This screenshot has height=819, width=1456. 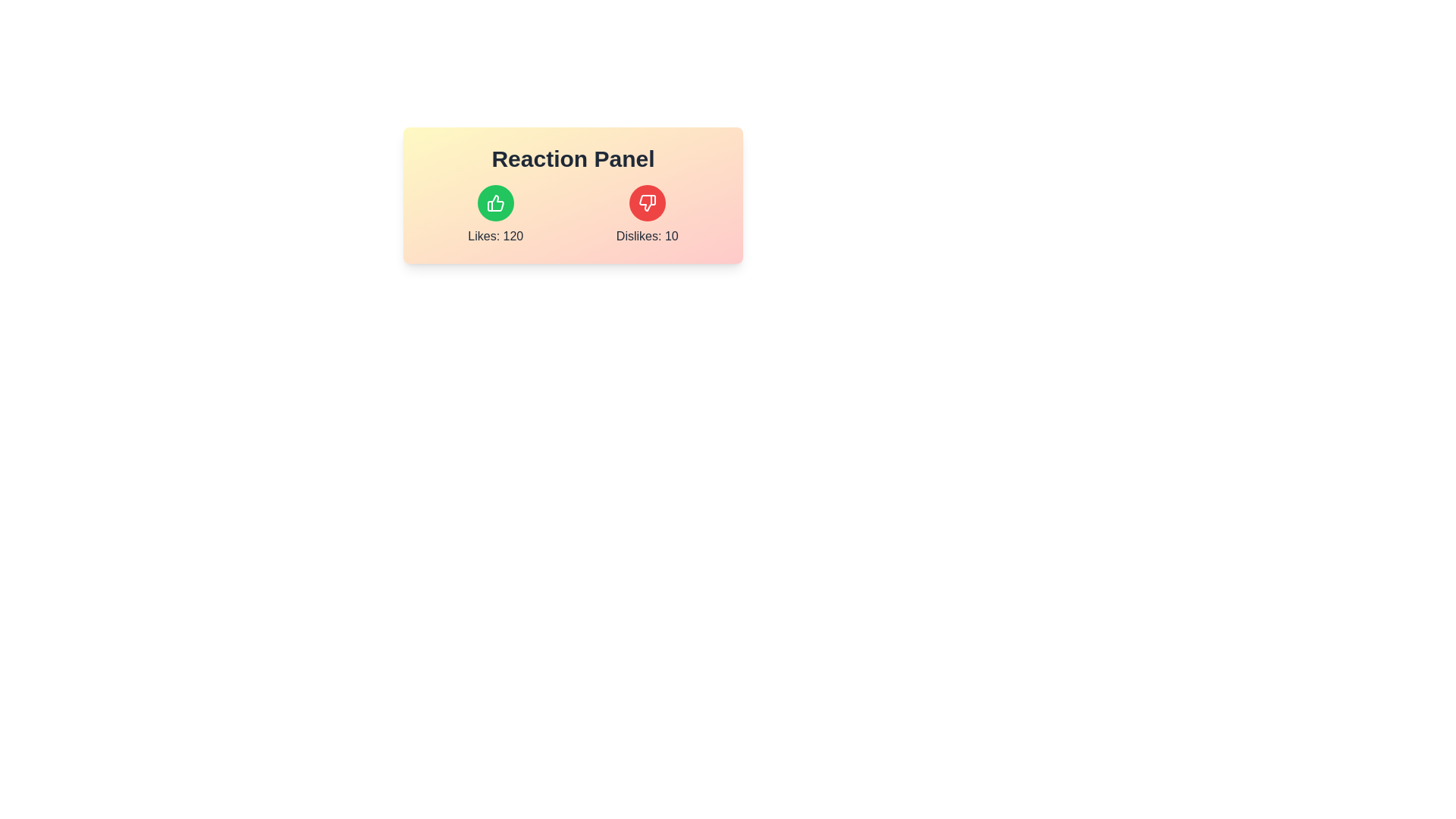 I want to click on the text label displaying 'Likes: 120', which is styled in gray font and located below the green thumbs-up icon in the 'Reaction Panel', so click(x=495, y=215).